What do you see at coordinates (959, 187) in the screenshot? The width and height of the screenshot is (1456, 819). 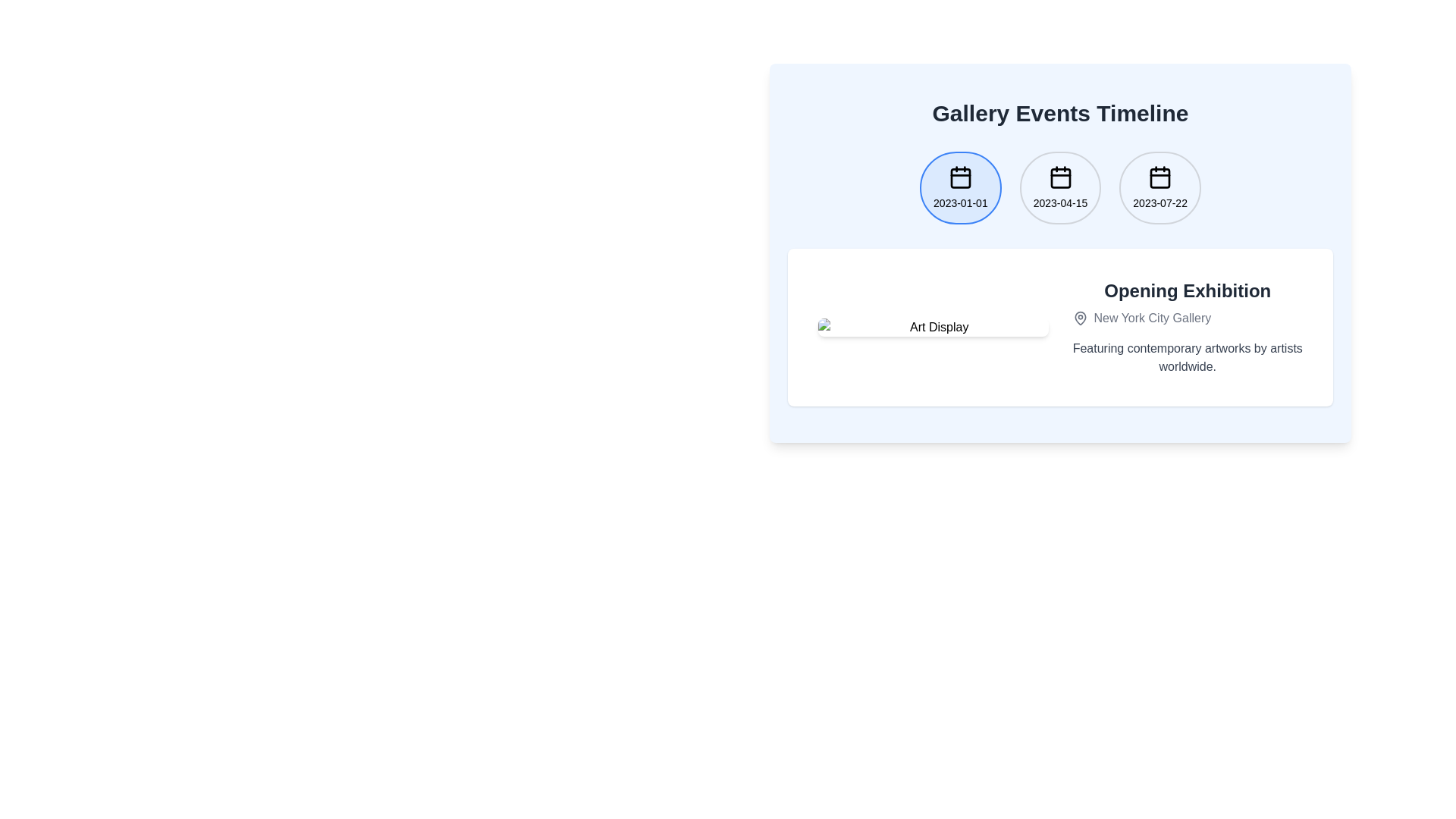 I see `the first button in the 'Gallery Events Timeline' section` at bounding box center [959, 187].